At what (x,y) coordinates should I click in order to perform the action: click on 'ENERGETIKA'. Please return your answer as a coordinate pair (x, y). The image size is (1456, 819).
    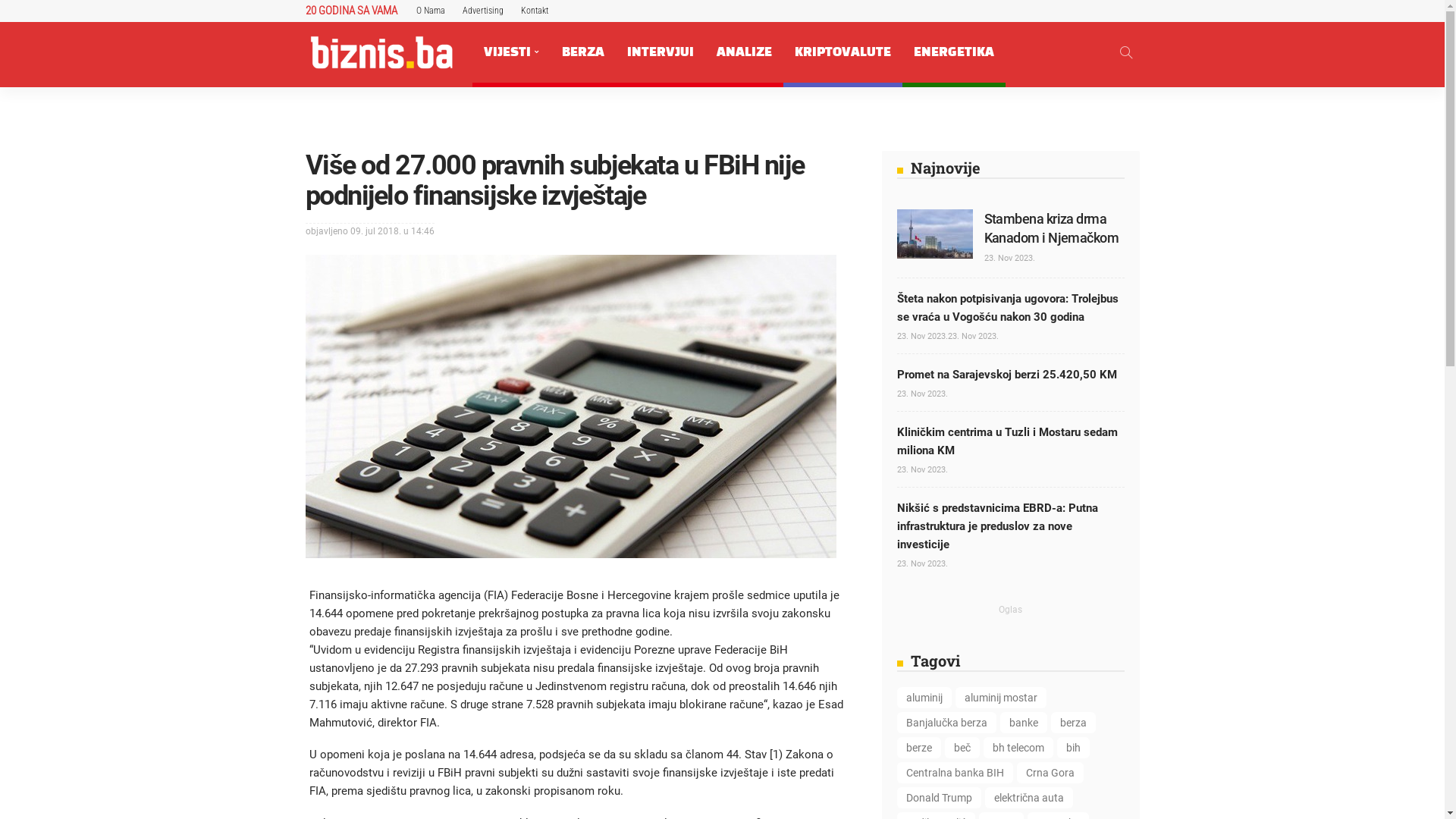
    Looking at the image, I should click on (902, 52).